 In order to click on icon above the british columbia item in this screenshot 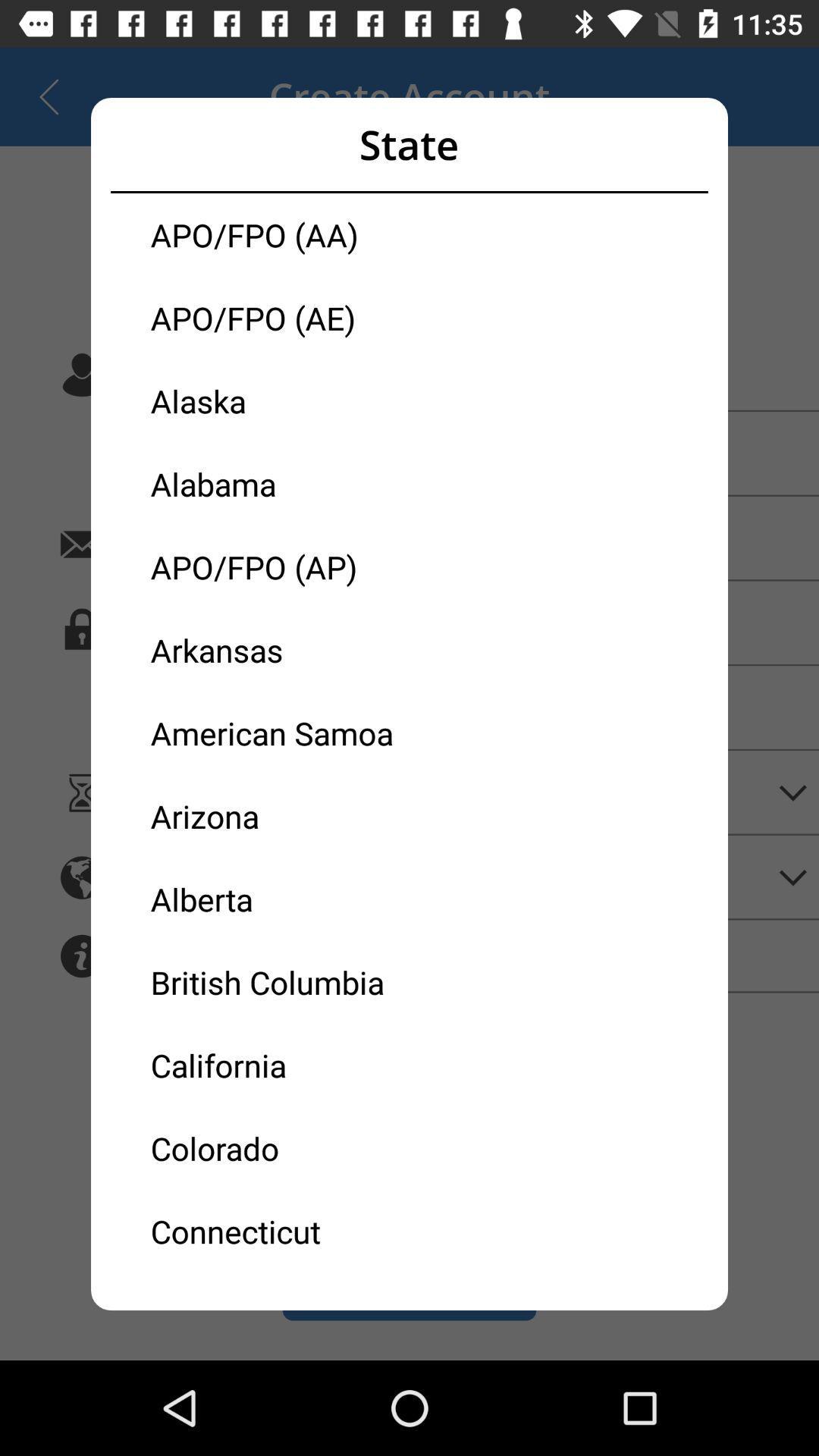, I will do `click(280, 899)`.